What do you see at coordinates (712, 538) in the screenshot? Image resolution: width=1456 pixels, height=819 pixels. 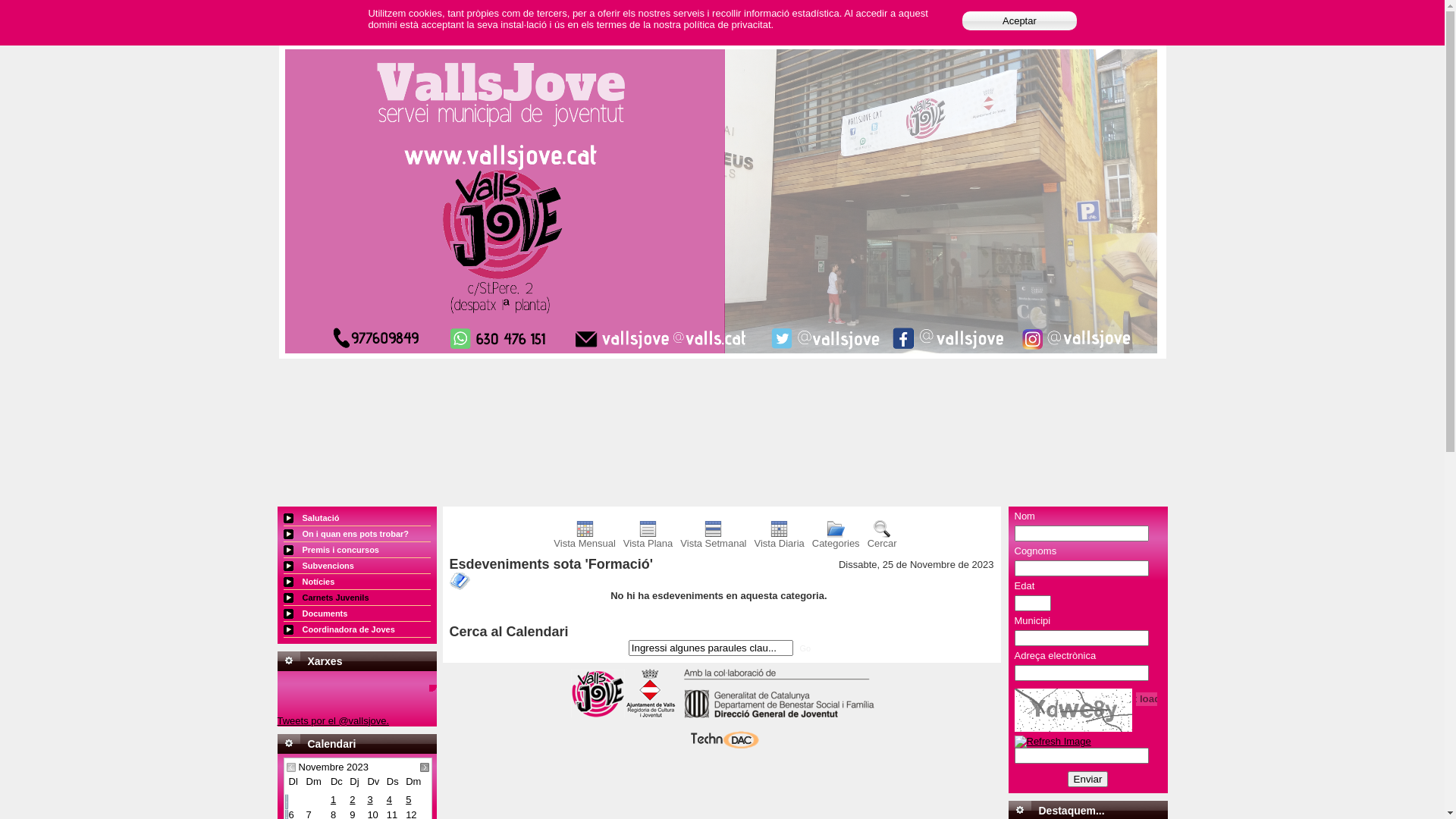 I see `'Vista Setmanal'` at bounding box center [712, 538].